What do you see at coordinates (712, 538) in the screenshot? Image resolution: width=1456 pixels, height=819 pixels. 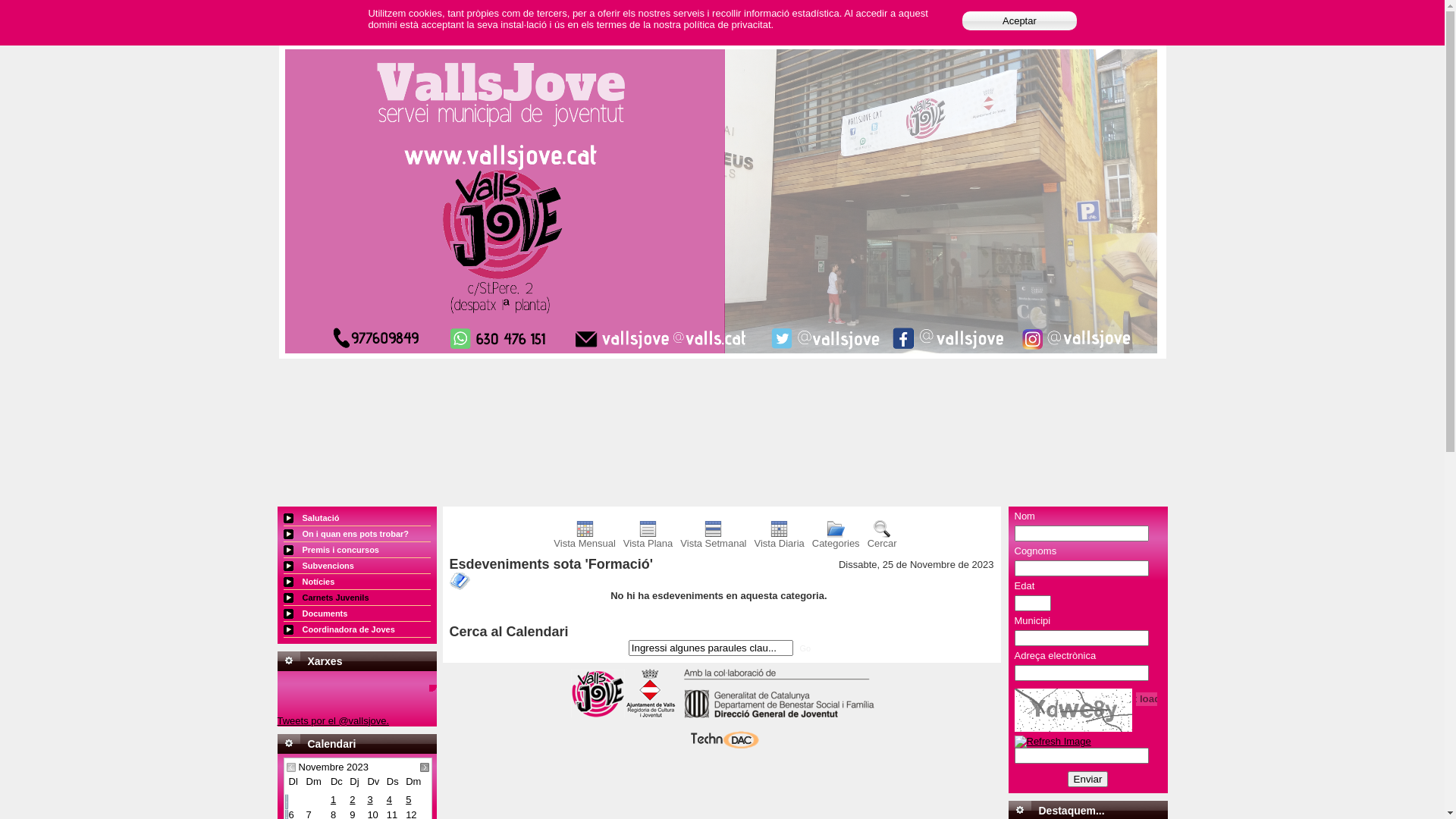 I see `'Vista Setmanal'` at bounding box center [712, 538].